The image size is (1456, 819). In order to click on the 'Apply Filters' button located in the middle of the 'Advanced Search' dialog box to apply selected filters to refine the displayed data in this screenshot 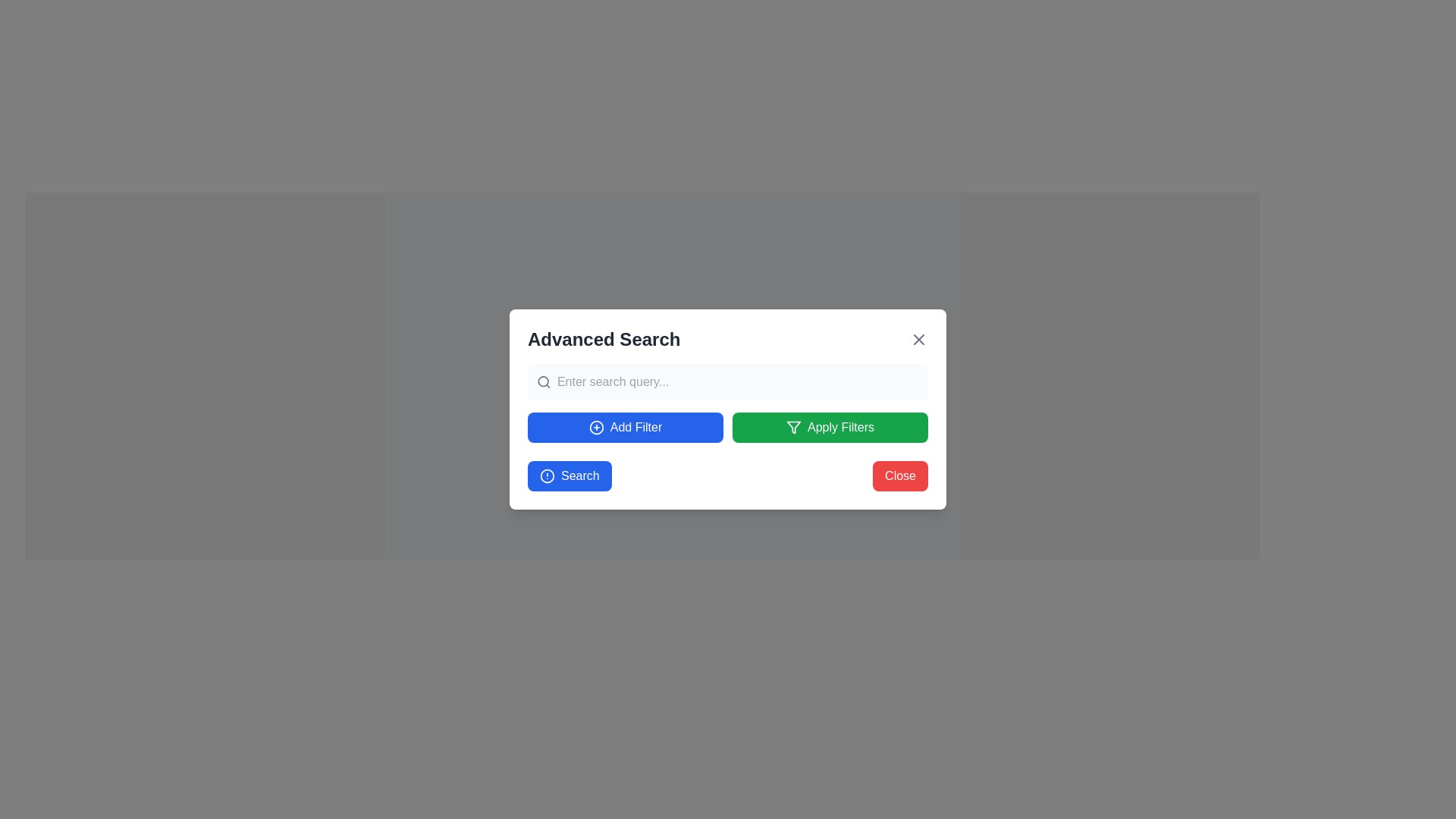, I will do `click(829, 427)`.